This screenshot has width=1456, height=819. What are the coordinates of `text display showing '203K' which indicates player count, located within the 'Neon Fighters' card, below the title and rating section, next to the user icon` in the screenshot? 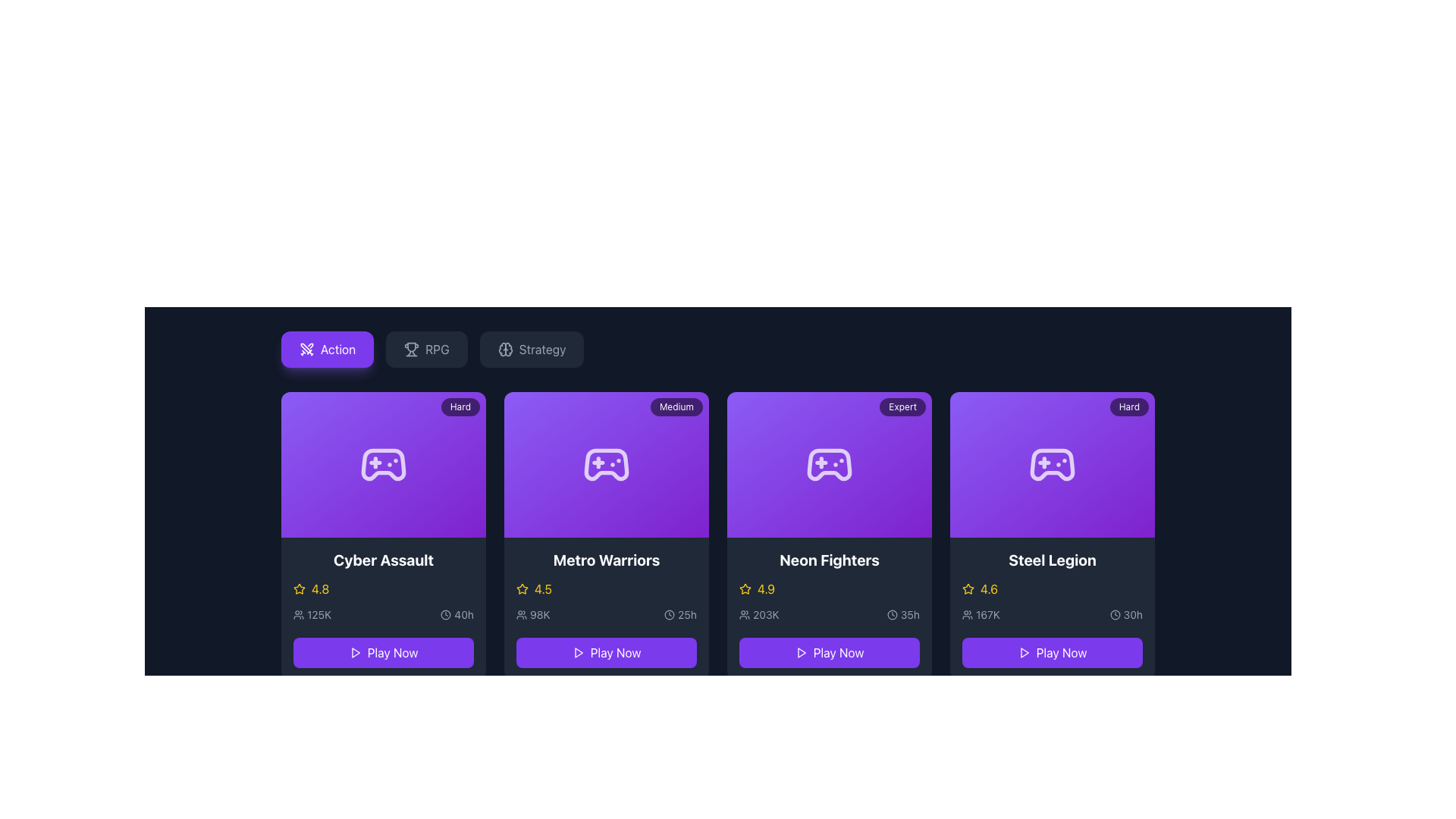 It's located at (766, 614).